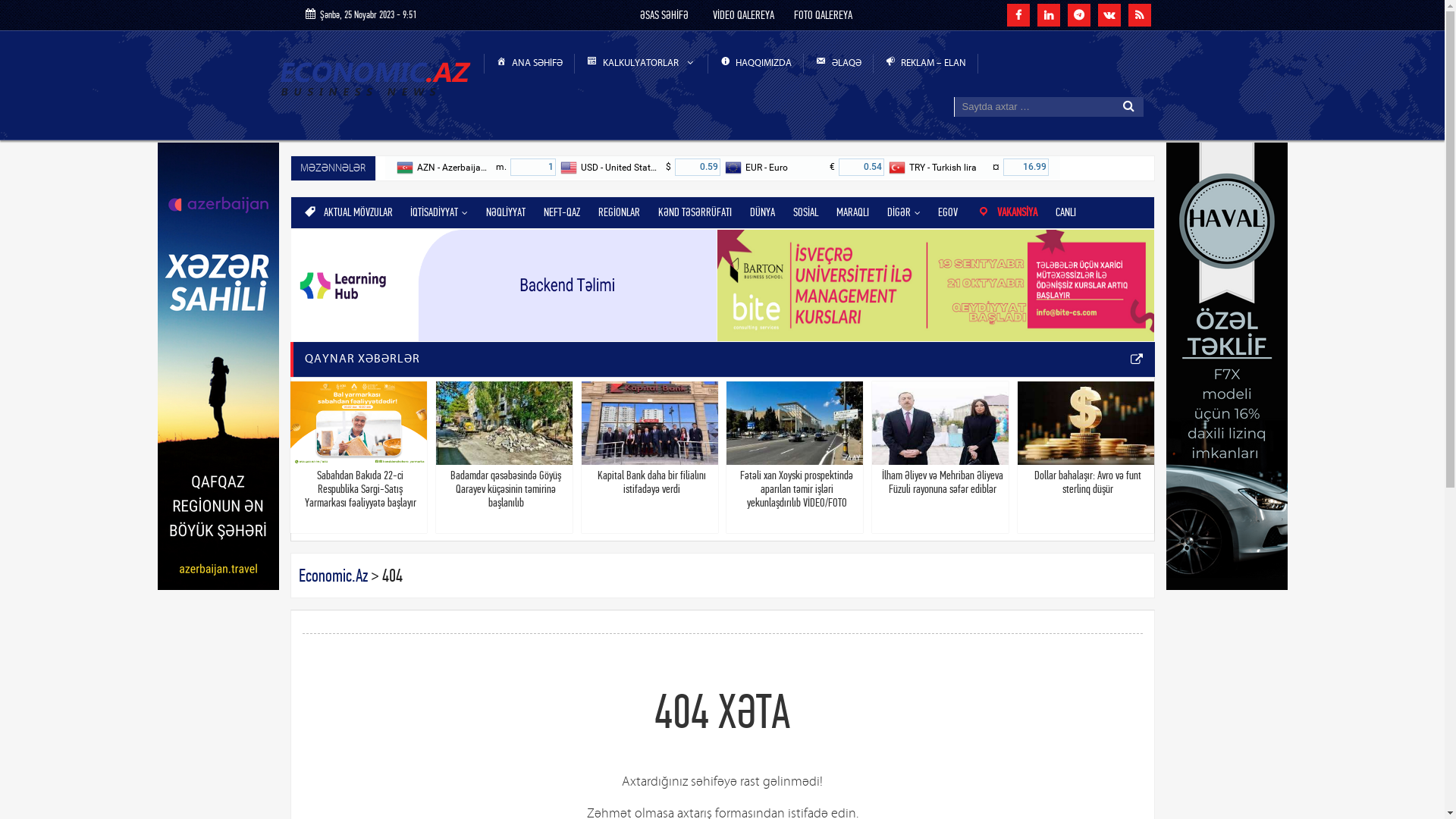 This screenshot has height=819, width=1456. What do you see at coordinates (396, 167) in the screenshot?
I see `'Azerbaijani manat'` at bounding box center [396, 167].